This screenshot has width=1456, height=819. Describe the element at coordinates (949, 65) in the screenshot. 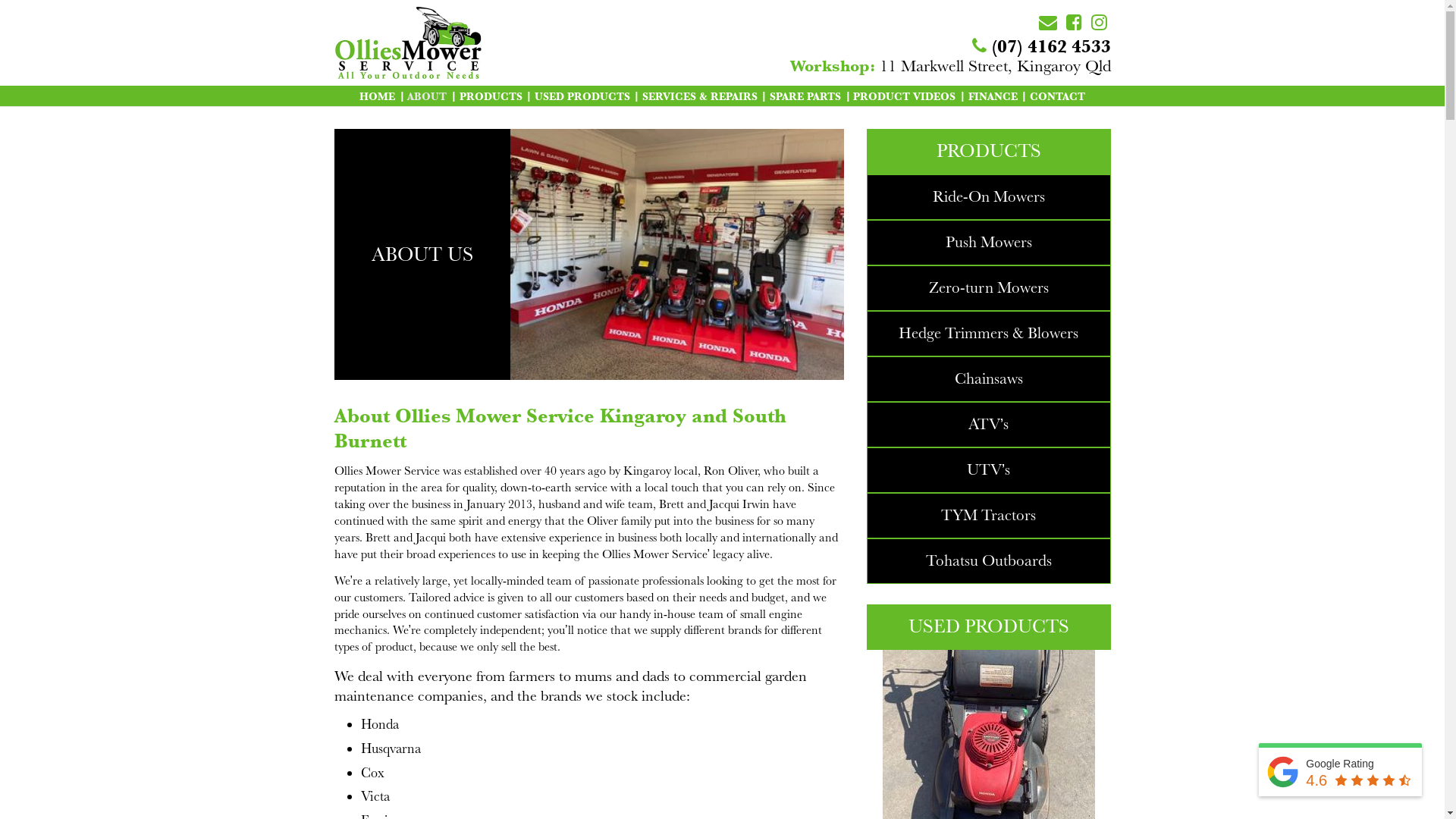

I see `'11 Markwell Street, Kingaroy Qld'` at that location.